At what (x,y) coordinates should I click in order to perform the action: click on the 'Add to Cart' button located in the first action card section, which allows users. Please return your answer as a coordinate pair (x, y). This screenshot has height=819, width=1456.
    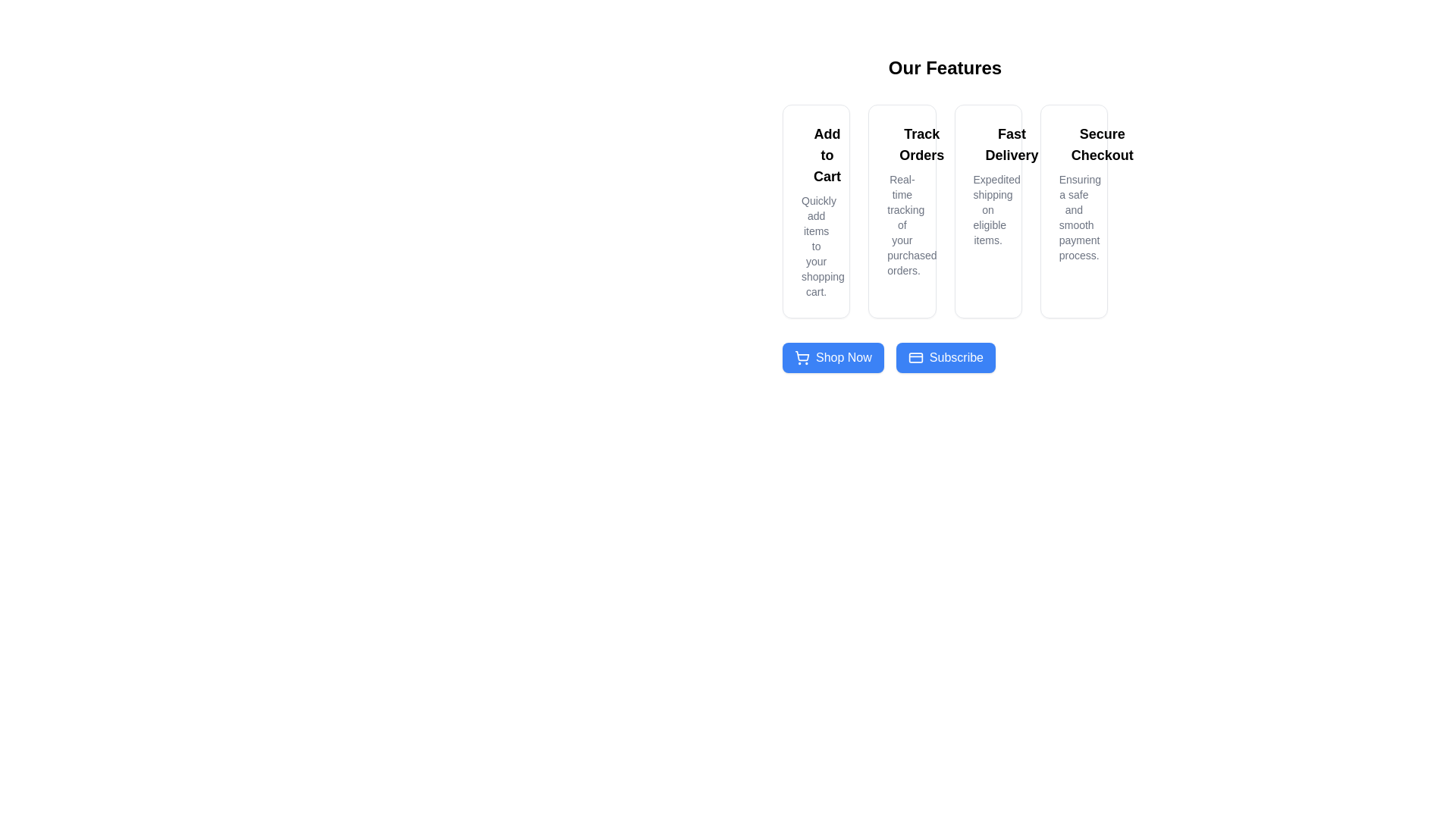
    Looking at the image, I should click on (815, 155).